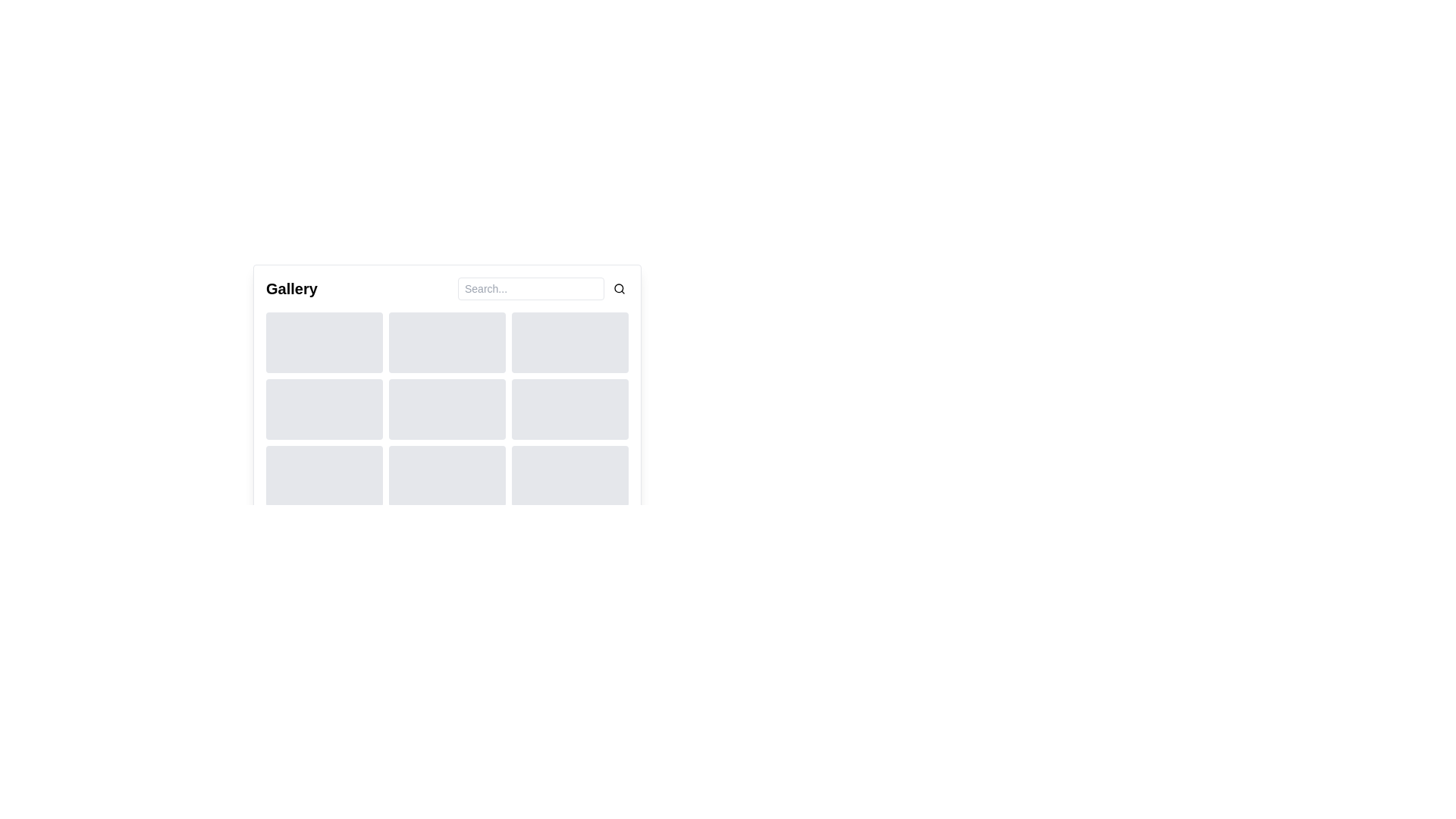 Image resolution: width=1456 pixels, height=819 pixels. I want to click on the small circular element that forms the main body of the magnifying glass icon, which is located to the right of a text input field in the upper right corner of the gallery interface, so click(619, 288).